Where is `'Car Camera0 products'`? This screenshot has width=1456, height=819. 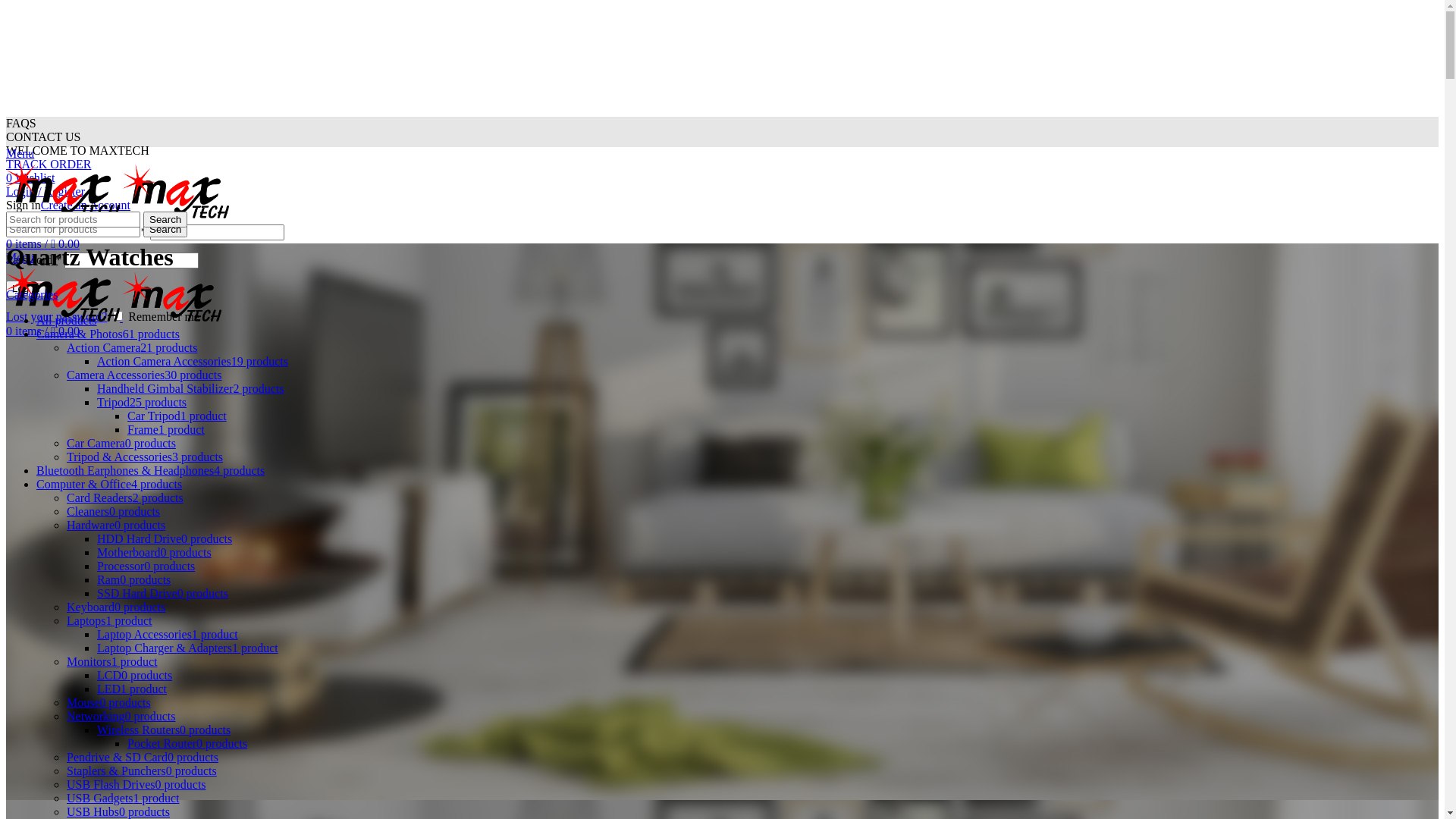 'Car Camera0 products' is located at coordinates (120, 443).